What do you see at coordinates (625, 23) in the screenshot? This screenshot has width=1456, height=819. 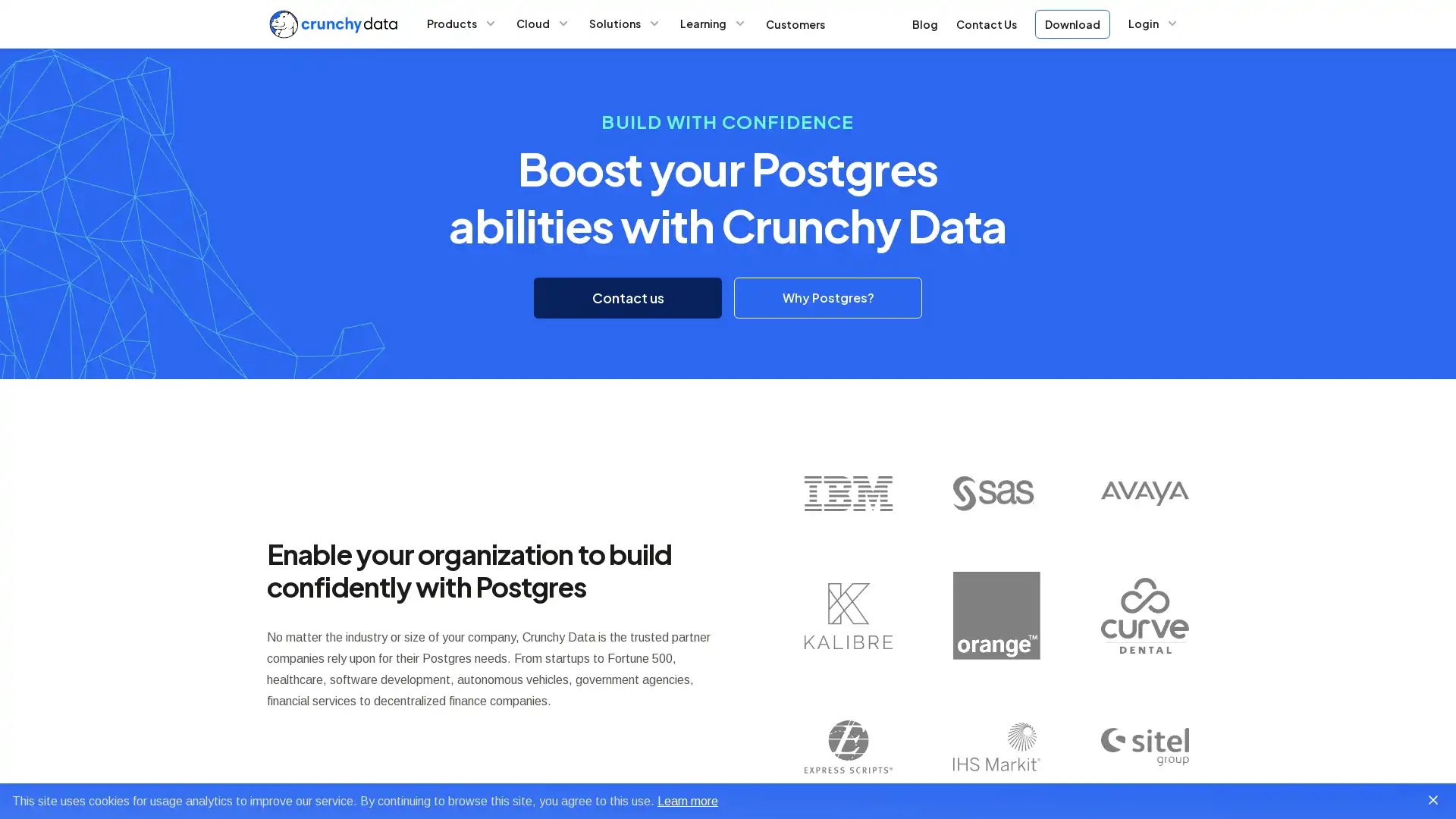 I see `Solutions` at bounding box center [625, 23].